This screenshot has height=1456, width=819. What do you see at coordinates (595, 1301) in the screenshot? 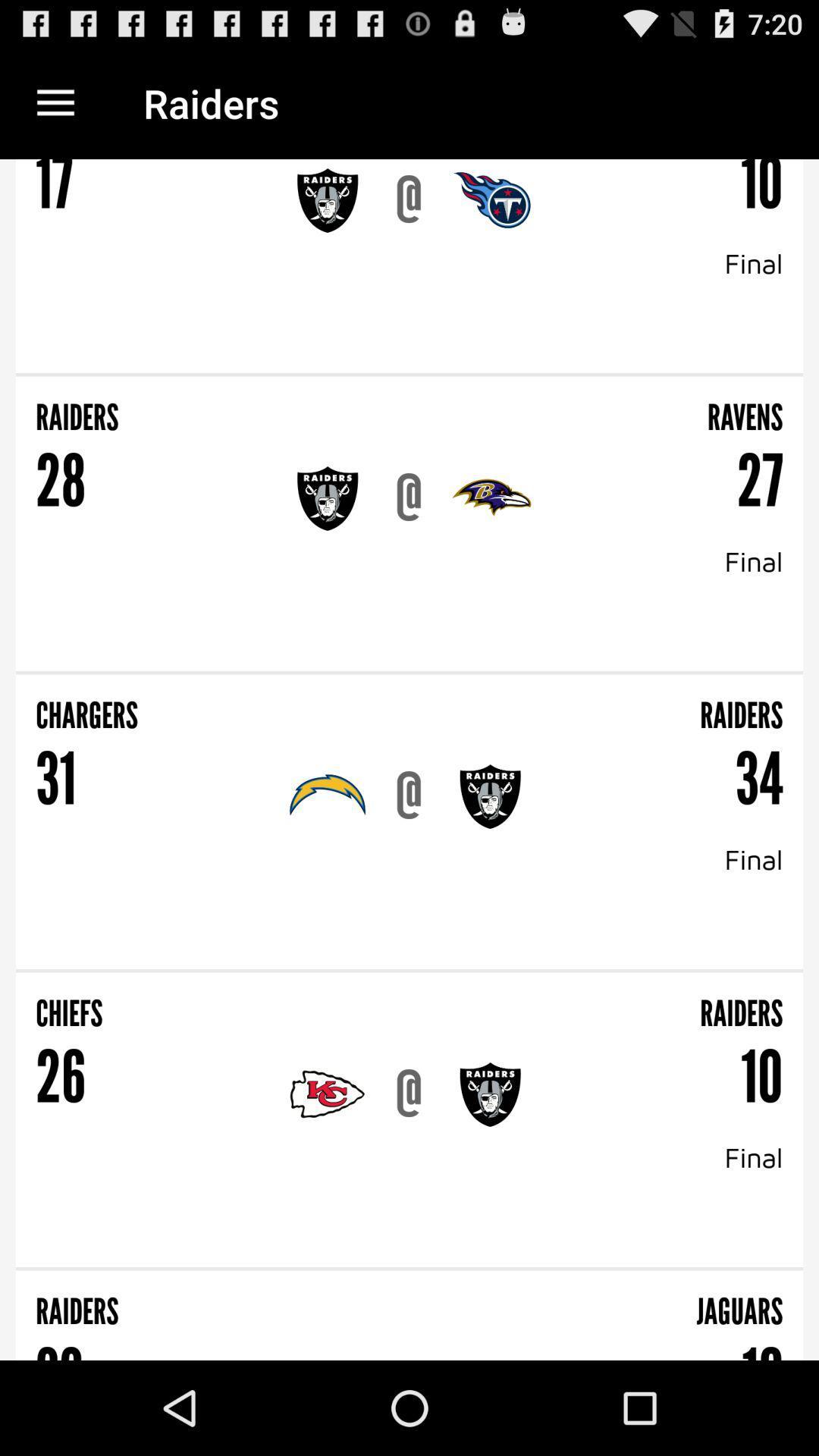
I see `jaguars item` at bounding box center [595, 1301].